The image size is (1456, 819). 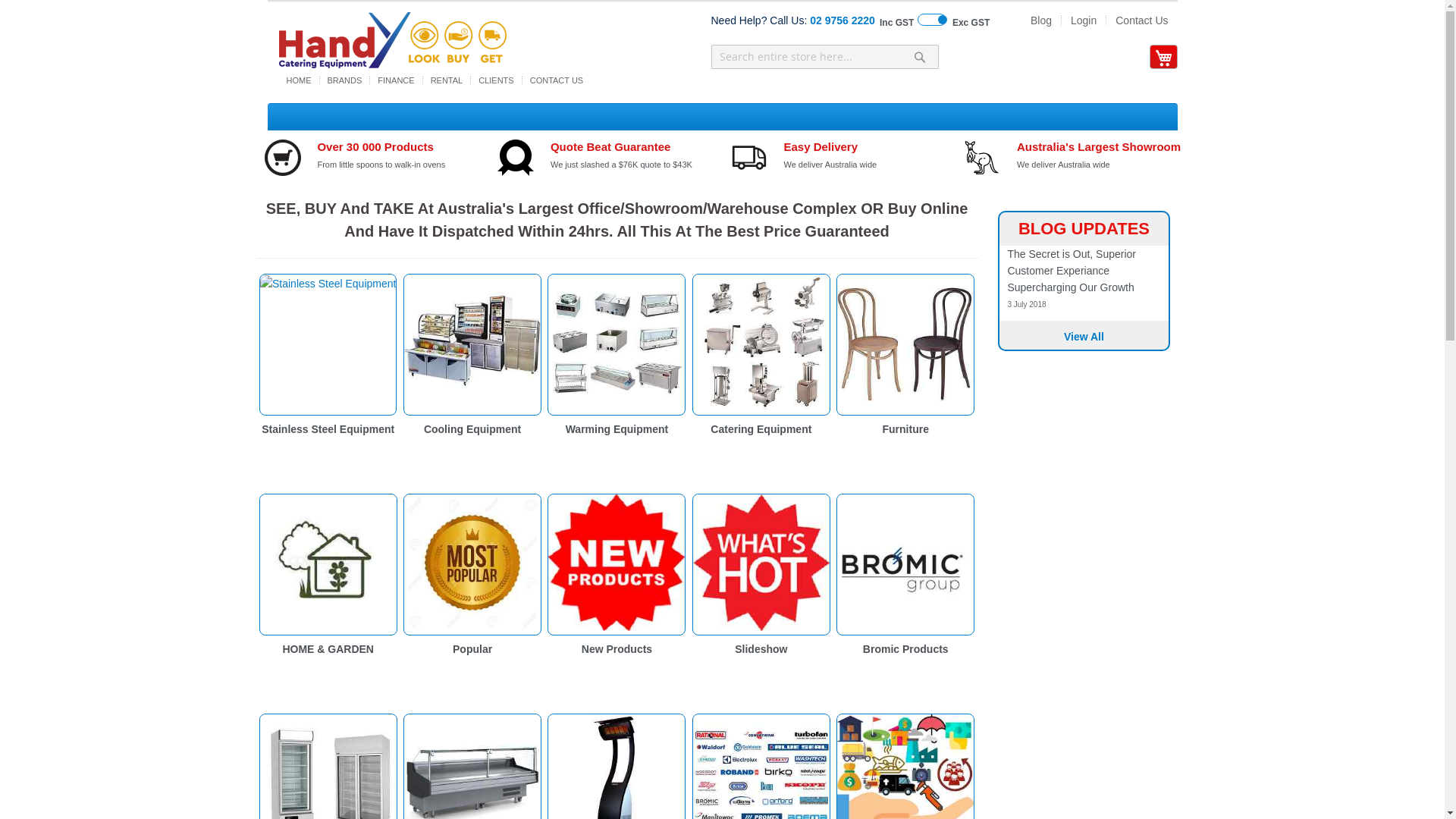 I want to click on 'Slideshow', so click(x=735, y=648).